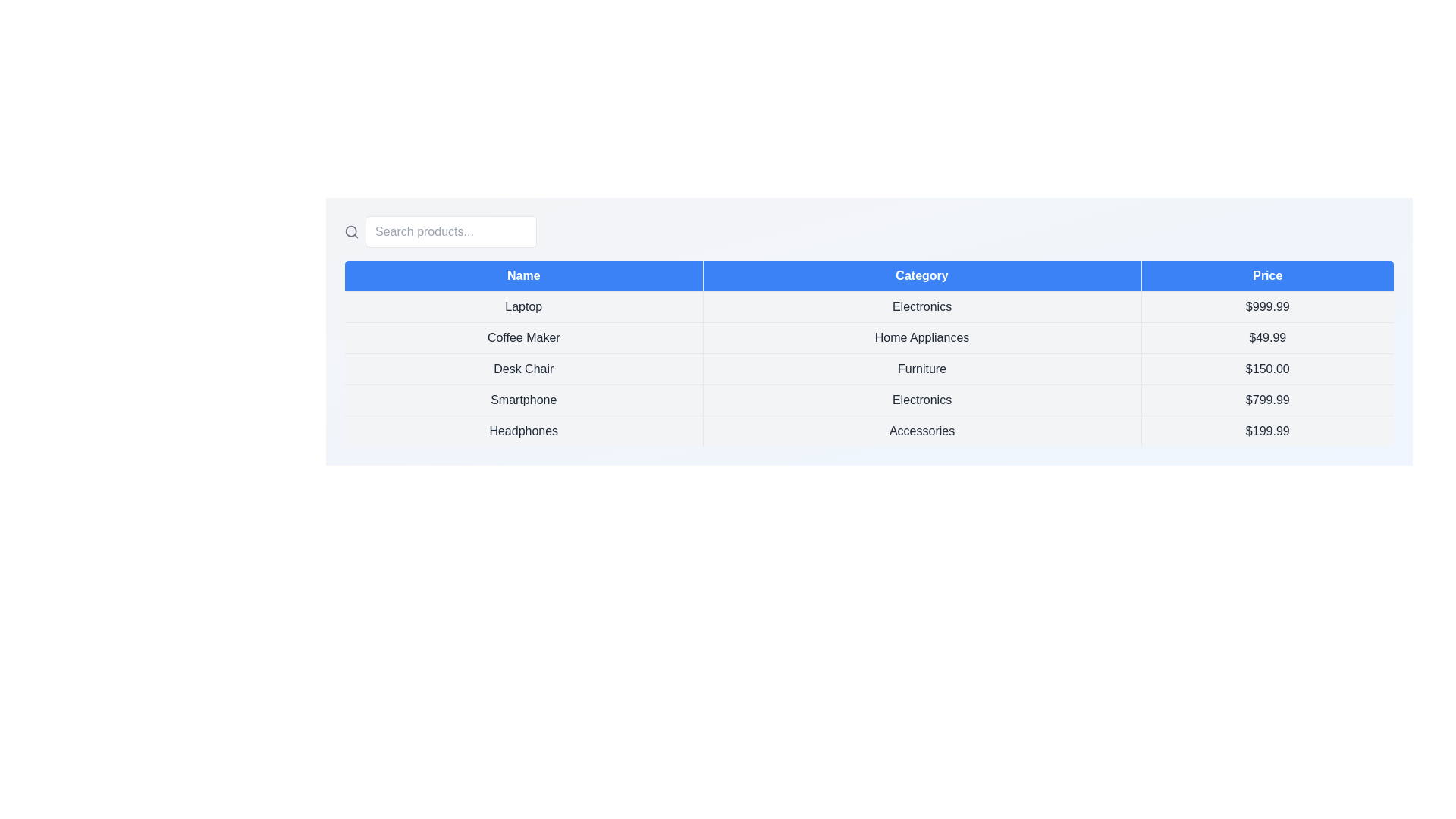 Image resolution: width=1456 pixels, height=819 pixels. What do you see at coordinates (1267, 369) in the screenshot?
I see `text displayed in the Text Label showing the price "$150.00", which is located in the third row and third column of the table, aligned with the "Price" header and the "Desk Chair" row` at bounding box center [1267, 369].